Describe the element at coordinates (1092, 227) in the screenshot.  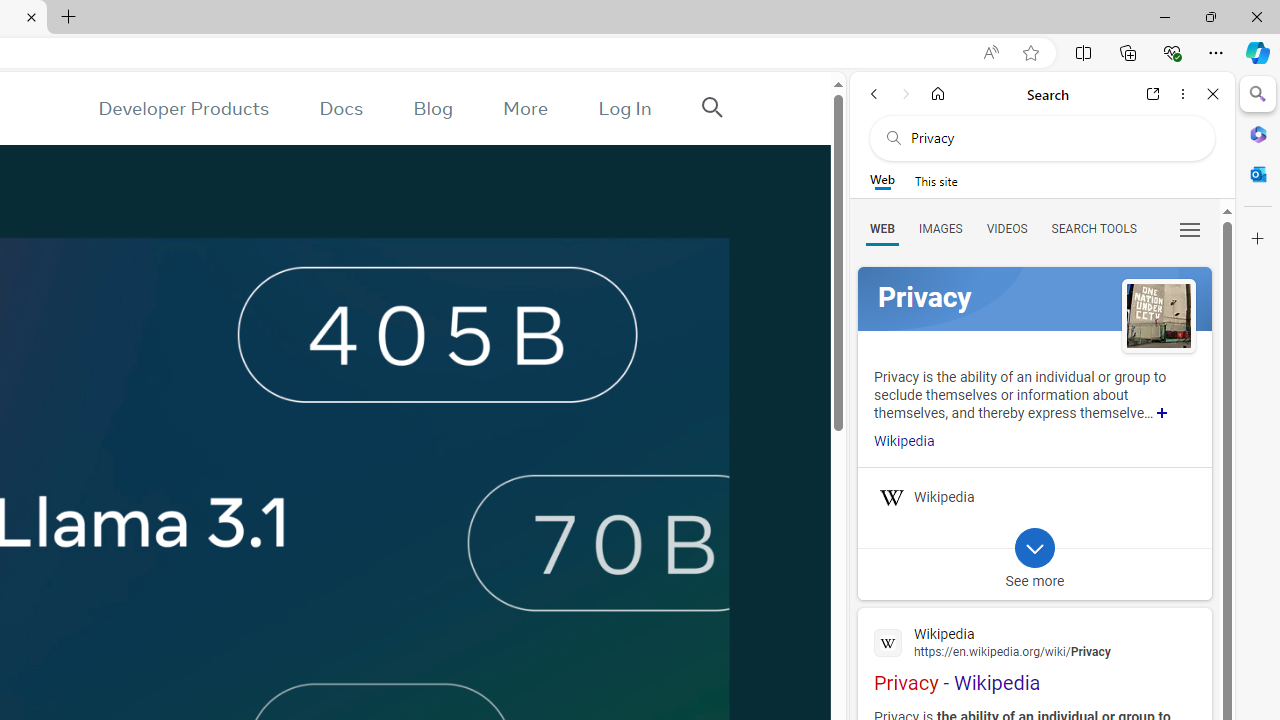
I see `'Search Filter, Search Tools'` at that location.